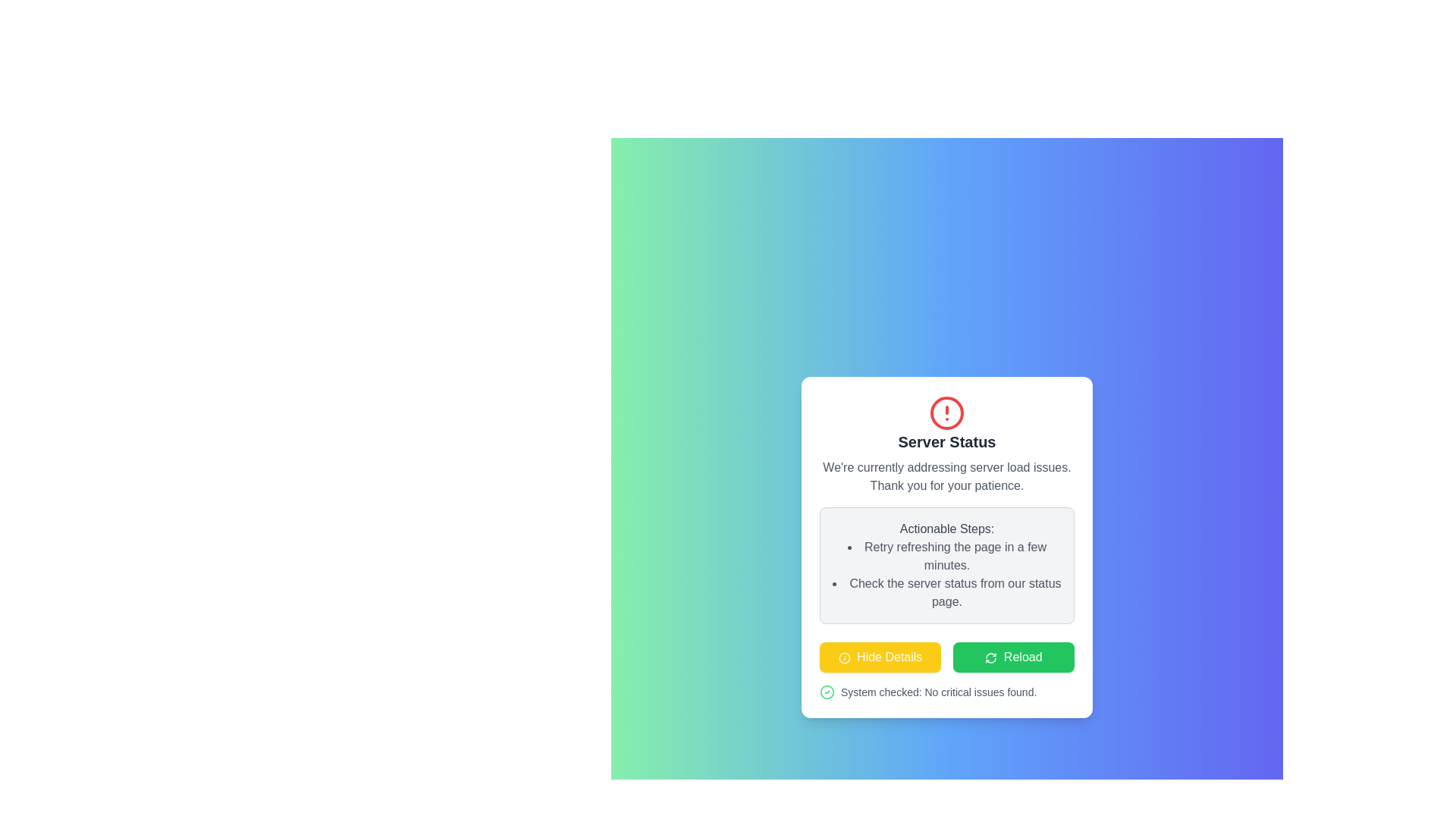 This screenshot has width=1456, height=819. Describe the element at coordinates (946, 692) in the screenshot. I see `the status message element that displays a green checkmark indicating no critical issues were found, located at the bottom of the card interface, below the 'Hide Details' and 'Reload' buttons` at that location.